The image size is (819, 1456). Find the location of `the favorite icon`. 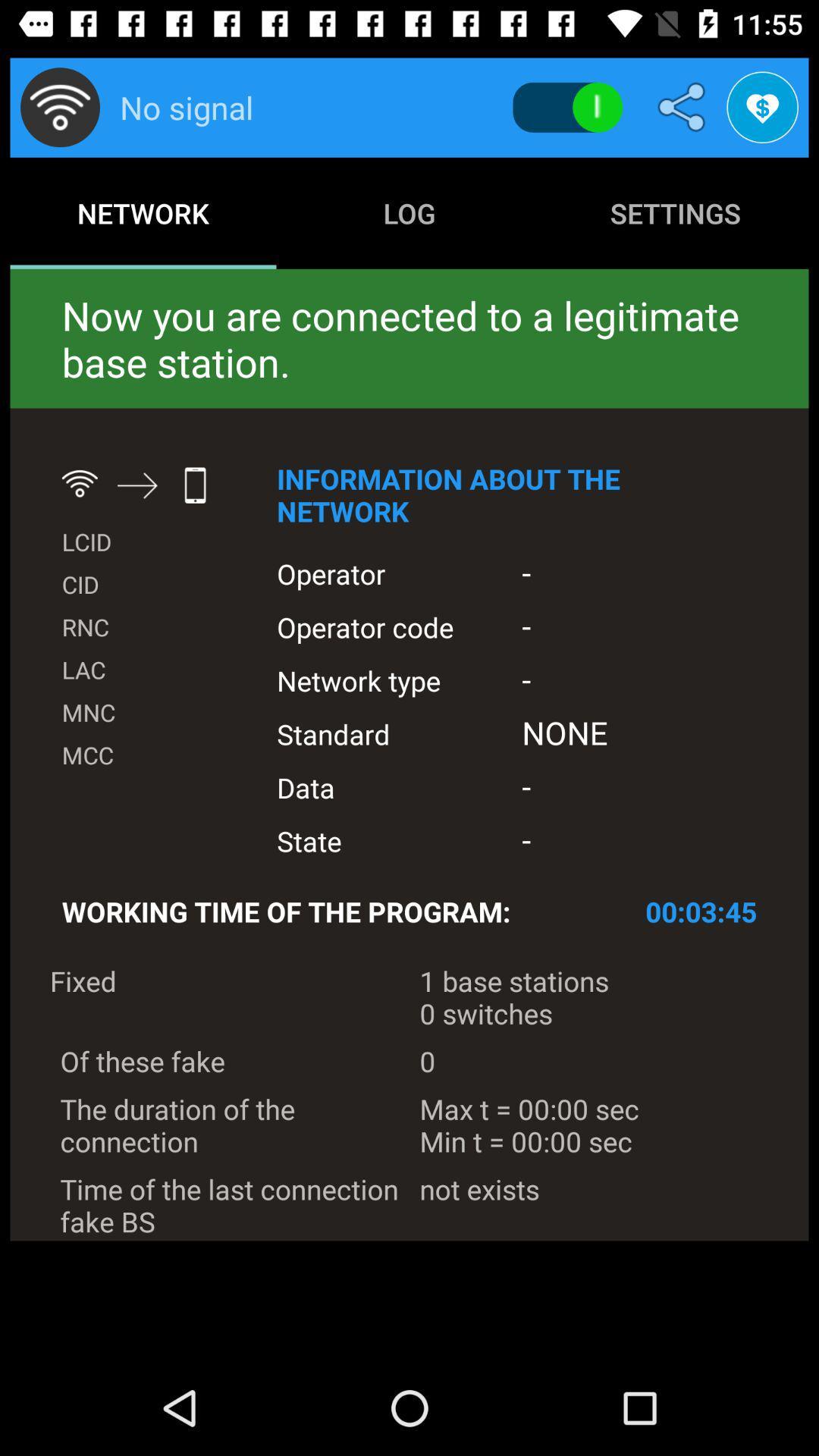

the favorite icon is located at coordinates (762, 106).